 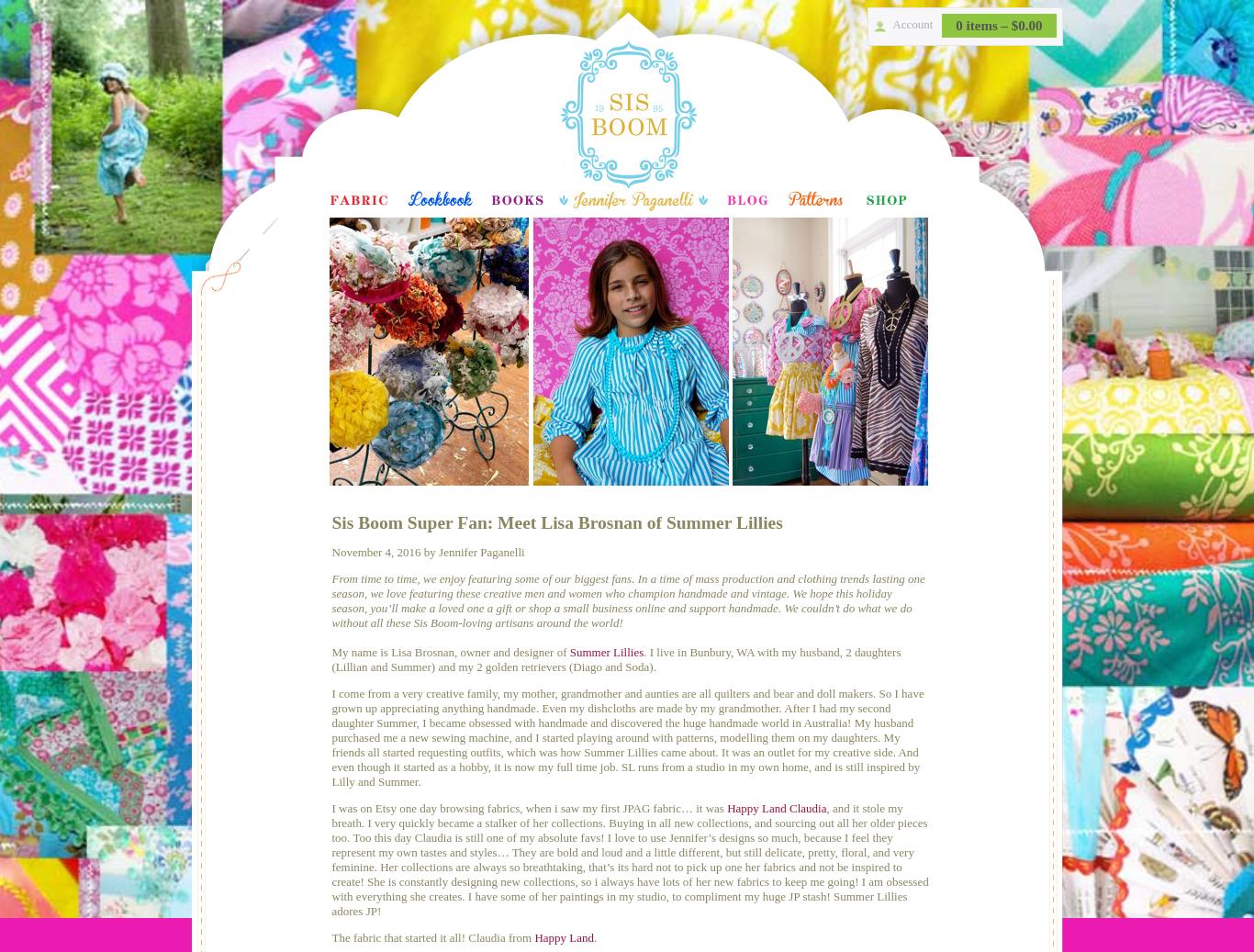 What do you see at coordinates (627, 600) in the screenshot?
I see `'From time to time, we enjoy featuring some of our biggest fans. In a time of mass production and clothing trends lasting one season, we love featuring these creative men and women who champion handmade and vintage. We hope this holiday season, you’ll make a loved one a gift or shop a small business online and support handmade. We couldn’t do what we do without all these Sis Boom-loving artisans around the world!'` at bounding box center [627, 600].